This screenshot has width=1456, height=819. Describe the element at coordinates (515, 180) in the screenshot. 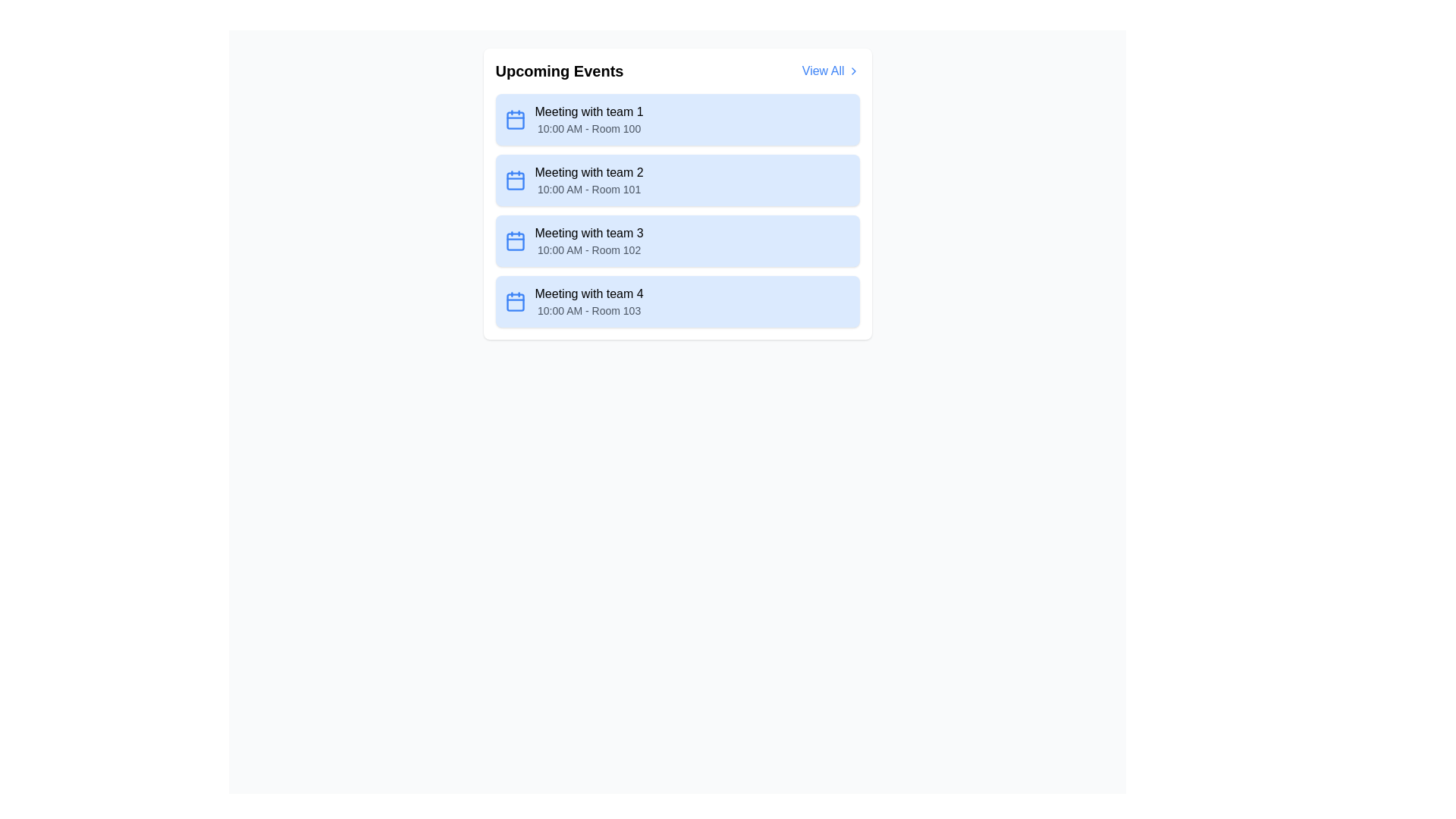

I see `the calendar icon which signifies a scheduled meeting for the 'Meeting with team 2' event located at the leftmost side of the event entry` at that location.